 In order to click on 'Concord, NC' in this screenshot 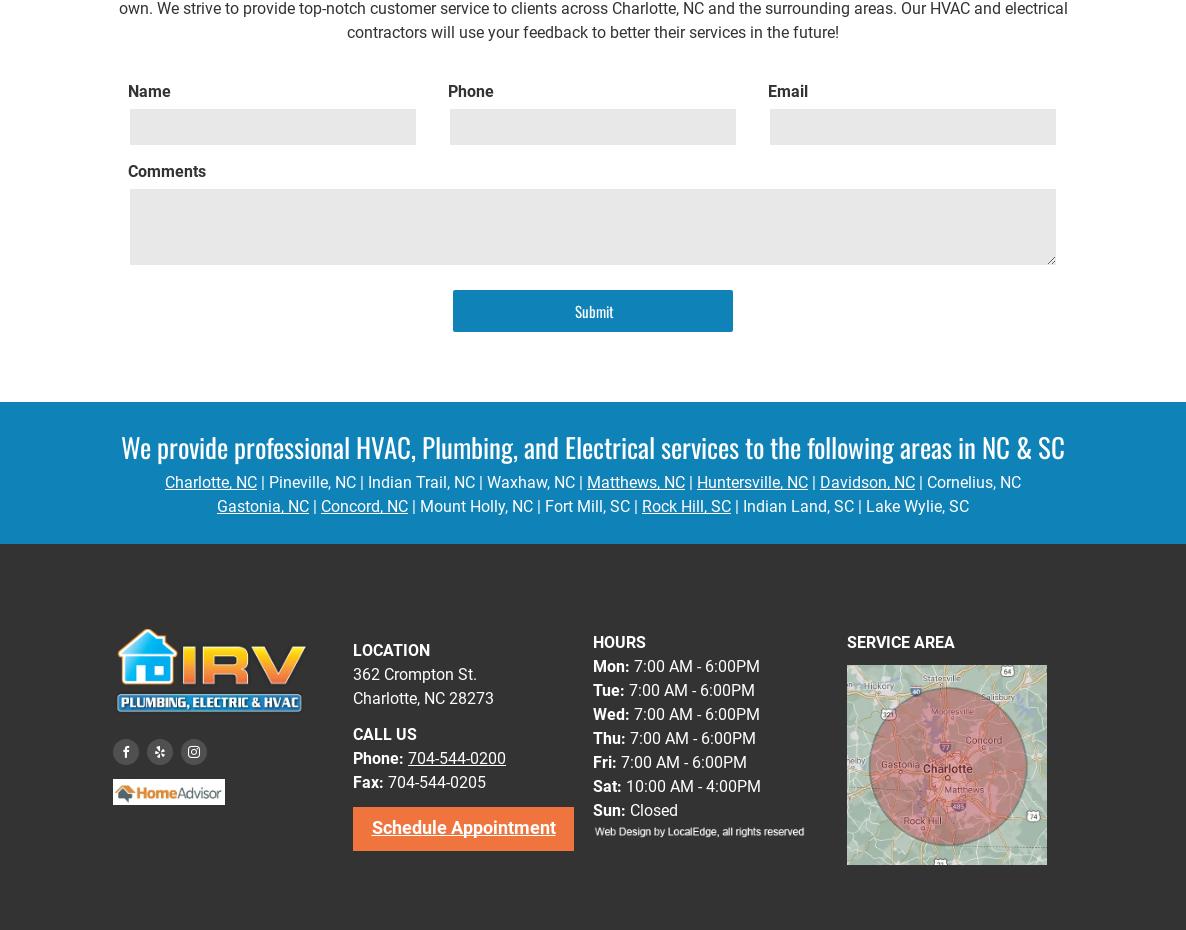, I will do `click(363, 505)`.